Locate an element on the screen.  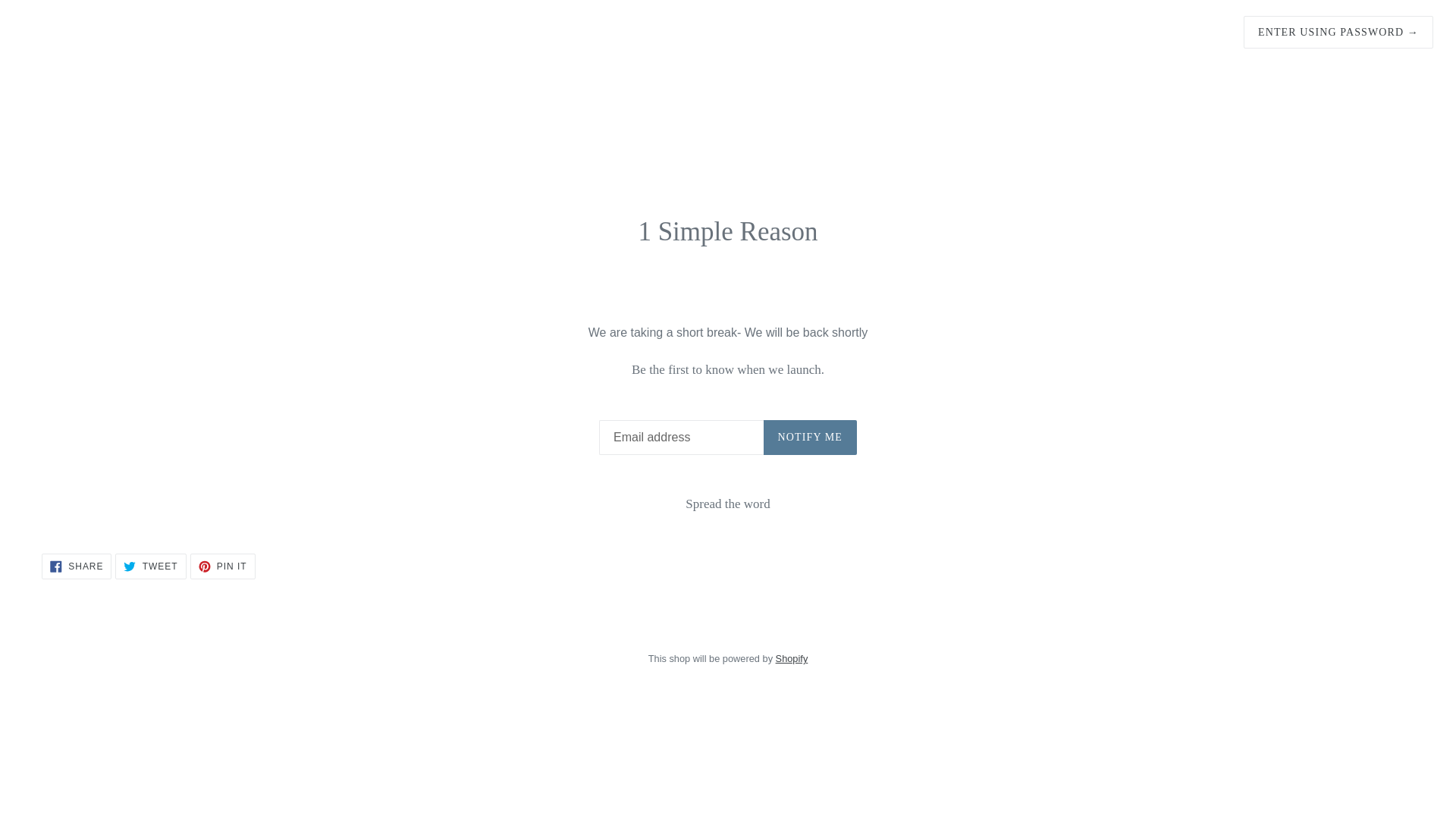
'PIN IT is located at coordinates (221, 566).